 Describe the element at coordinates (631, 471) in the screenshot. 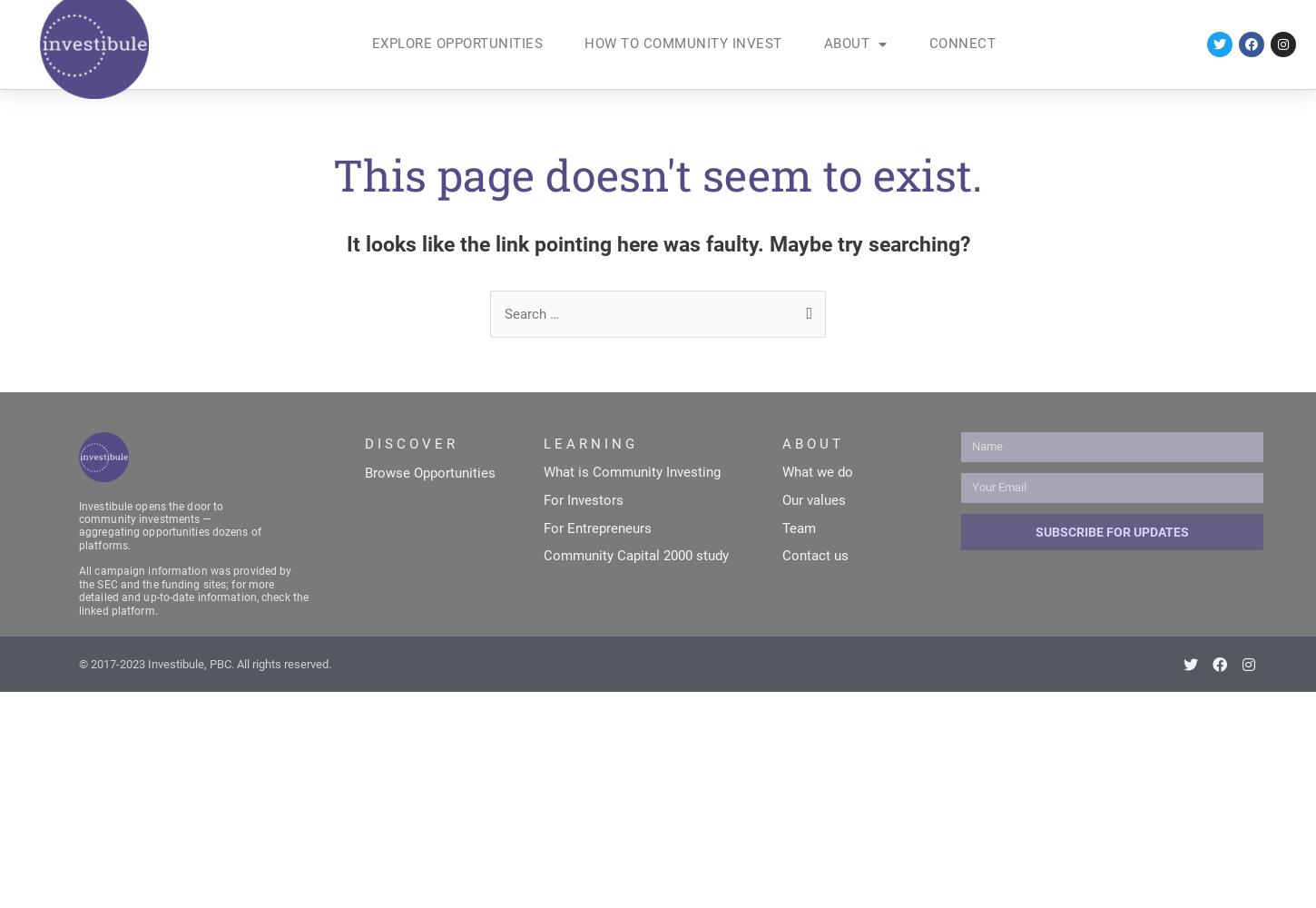

I see `'What is Community Investing'` at that location.